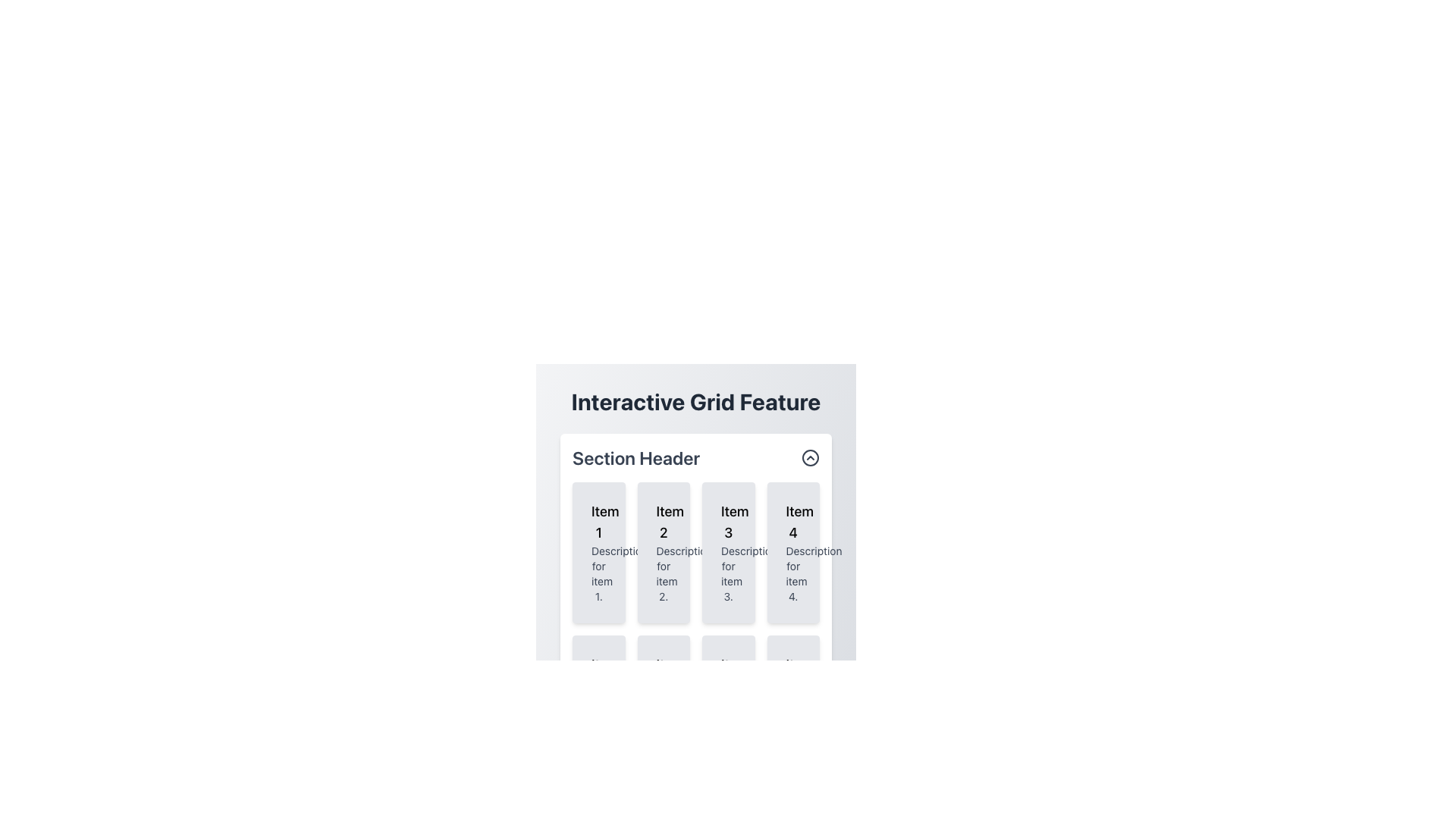 The image size is (1456, 819). I want to click on the static text label indicating the title or name of an item in the third column of the grid under the 'Interactive Grid Feature' section, so click(728, 522).